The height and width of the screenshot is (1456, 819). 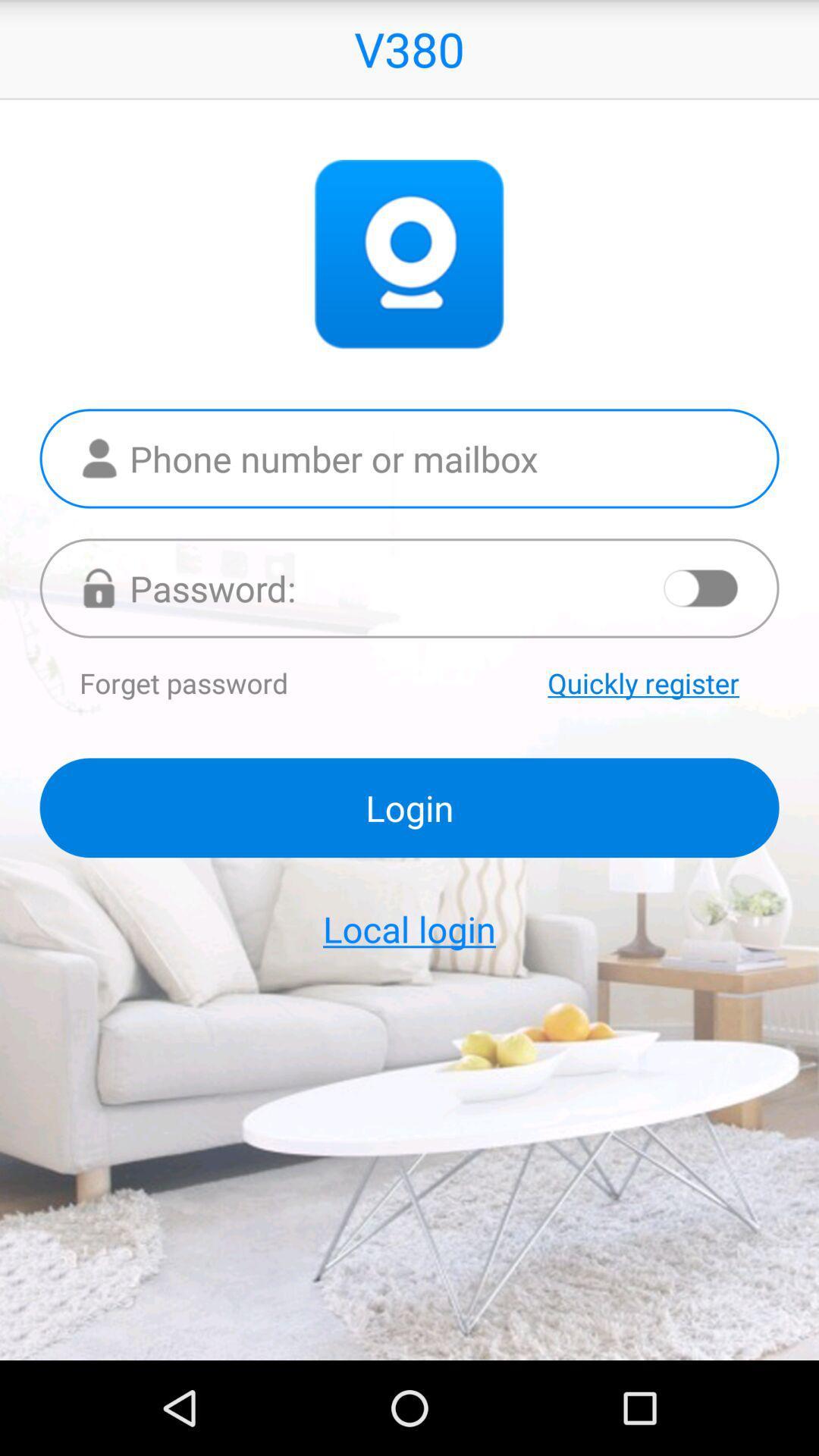 What do you see at coordinates (409, 587) in the screenshot?
I see `password option` at bounding box center [409, 587].